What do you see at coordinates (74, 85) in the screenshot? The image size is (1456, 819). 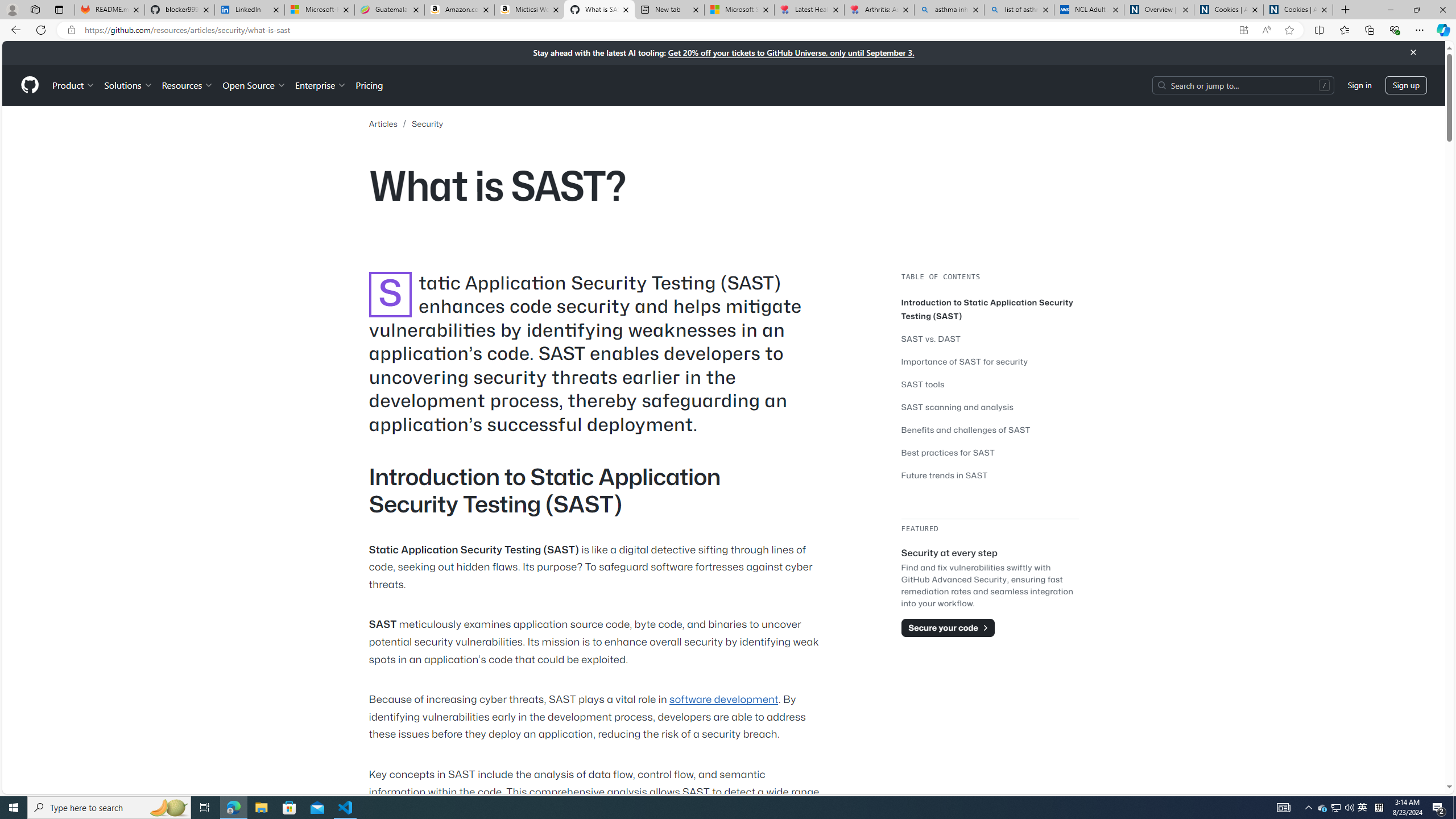 I see `'Product'` at bounding box center [74, 85].